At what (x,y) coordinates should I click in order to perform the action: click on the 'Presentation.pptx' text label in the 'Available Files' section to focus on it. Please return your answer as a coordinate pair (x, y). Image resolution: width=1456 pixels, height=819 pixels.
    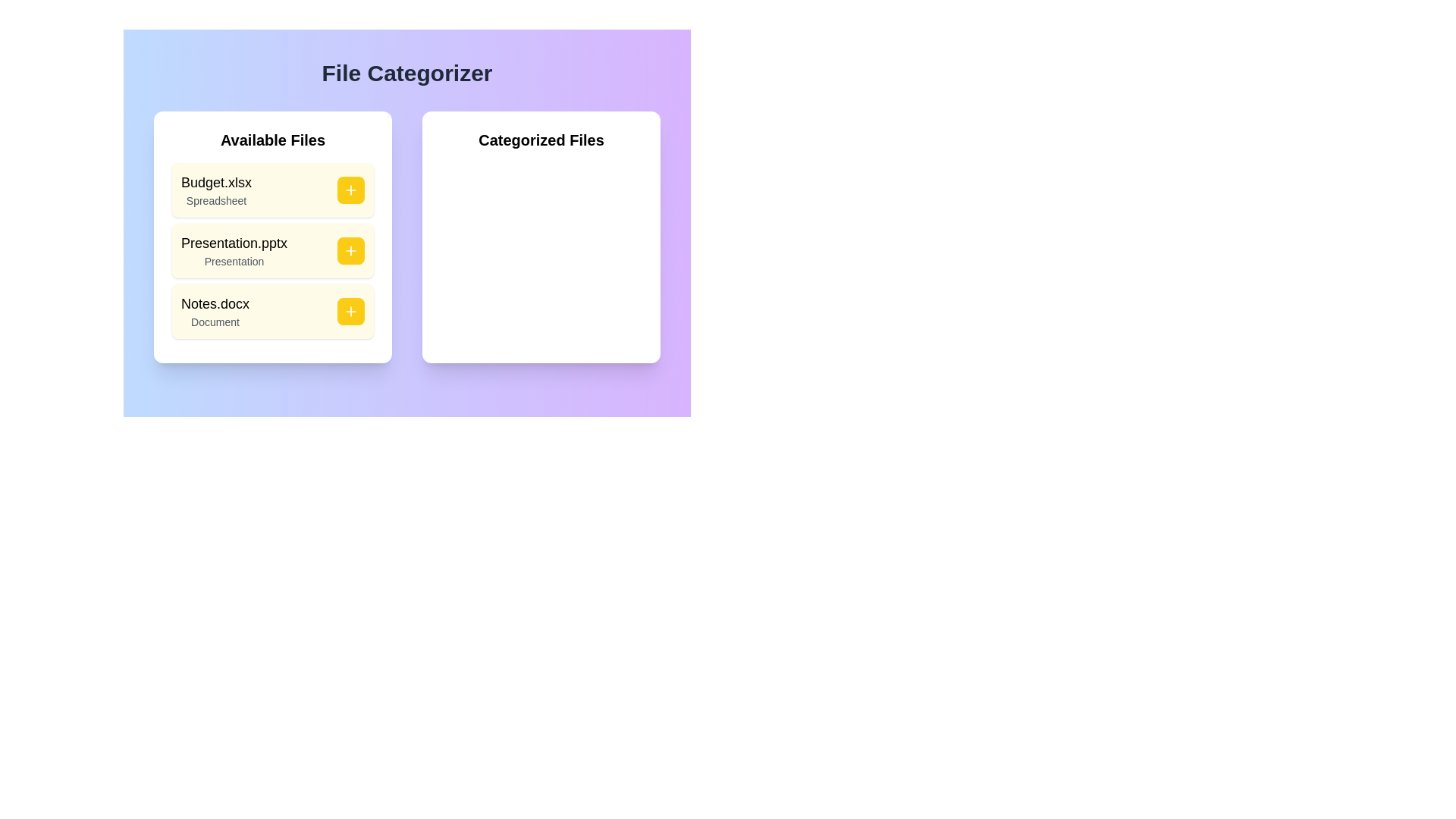
    Looking at the image, I should click on (234, 250).